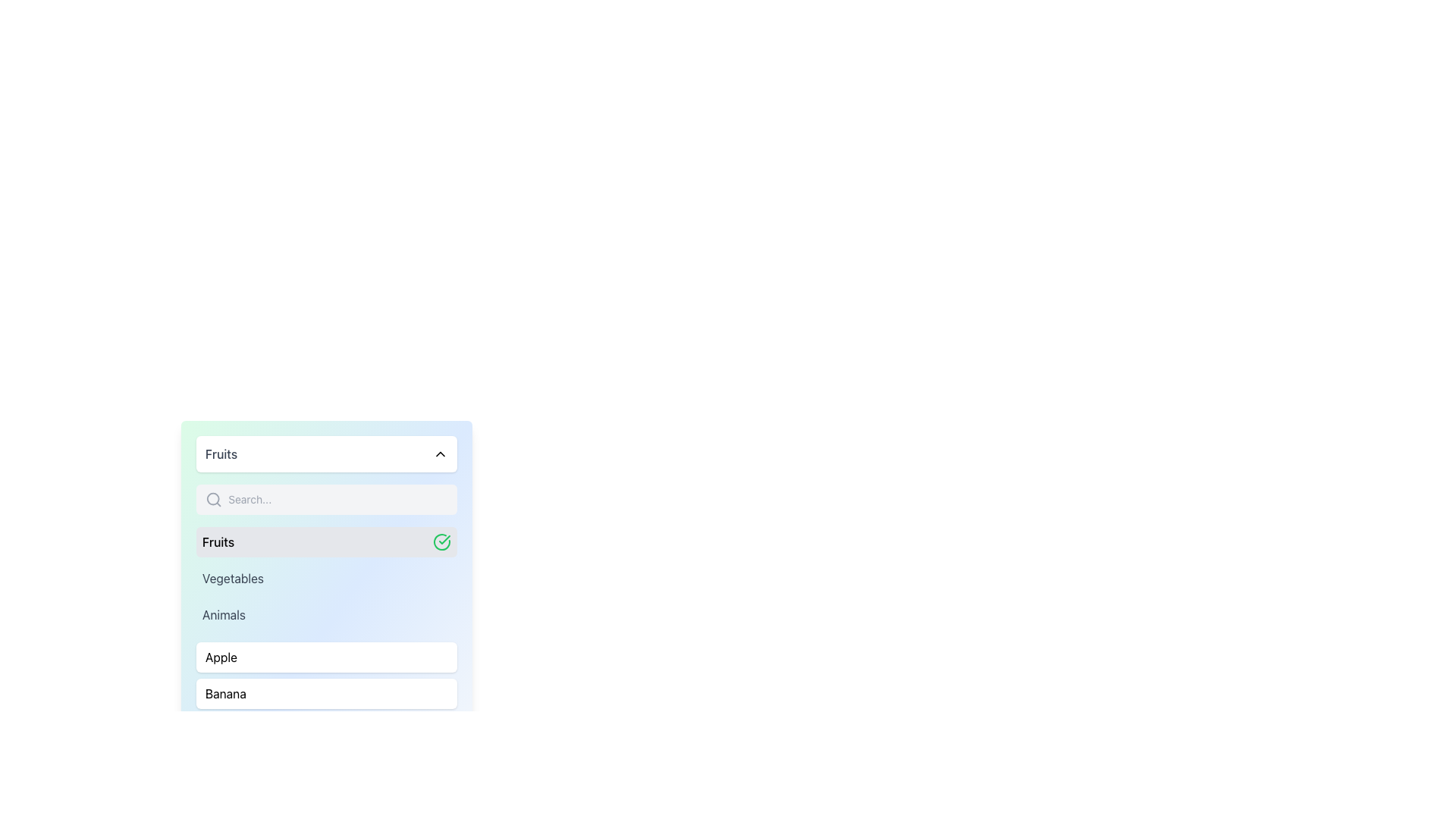 The image size is (1456, 819). Describe the element at coordinates (224, 693) in the screenshot. I see `the text label 'Banana'` at that location.